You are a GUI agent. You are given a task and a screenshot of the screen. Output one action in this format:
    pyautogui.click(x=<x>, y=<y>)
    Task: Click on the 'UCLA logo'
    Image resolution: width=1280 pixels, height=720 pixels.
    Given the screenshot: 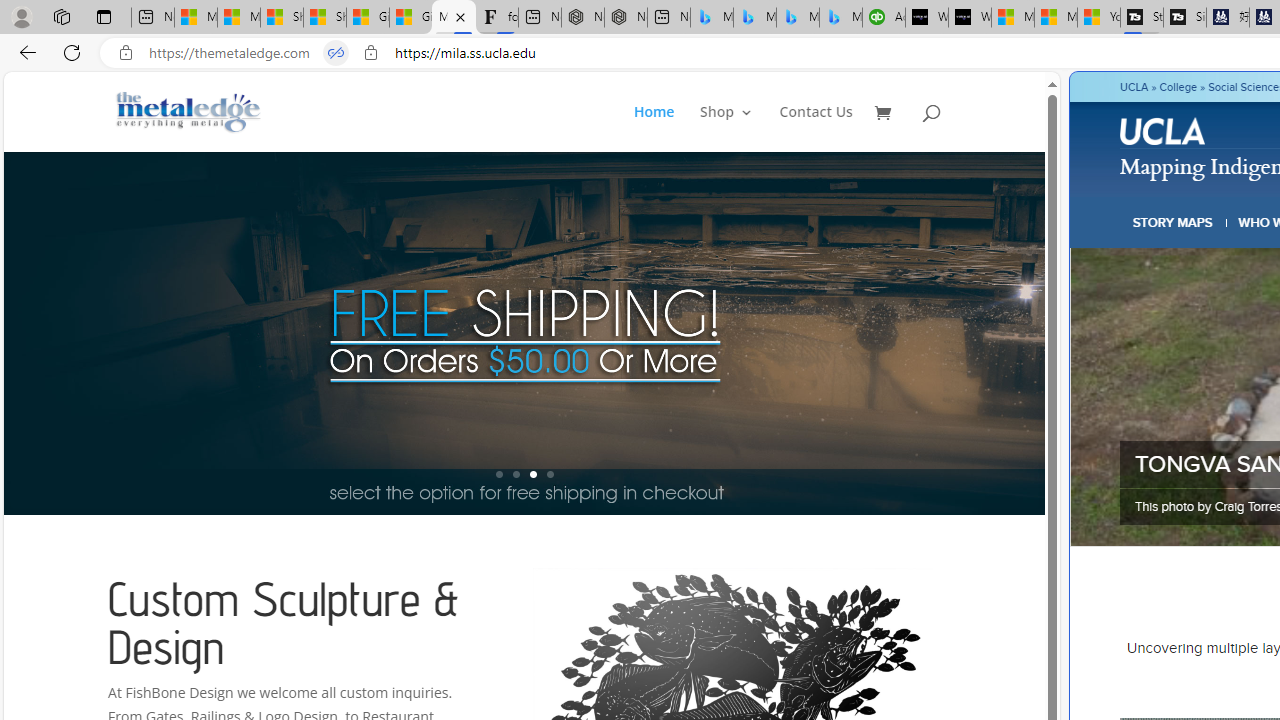 What is the action you would take?
    pyautogui.click(x=1164, y=134)
    